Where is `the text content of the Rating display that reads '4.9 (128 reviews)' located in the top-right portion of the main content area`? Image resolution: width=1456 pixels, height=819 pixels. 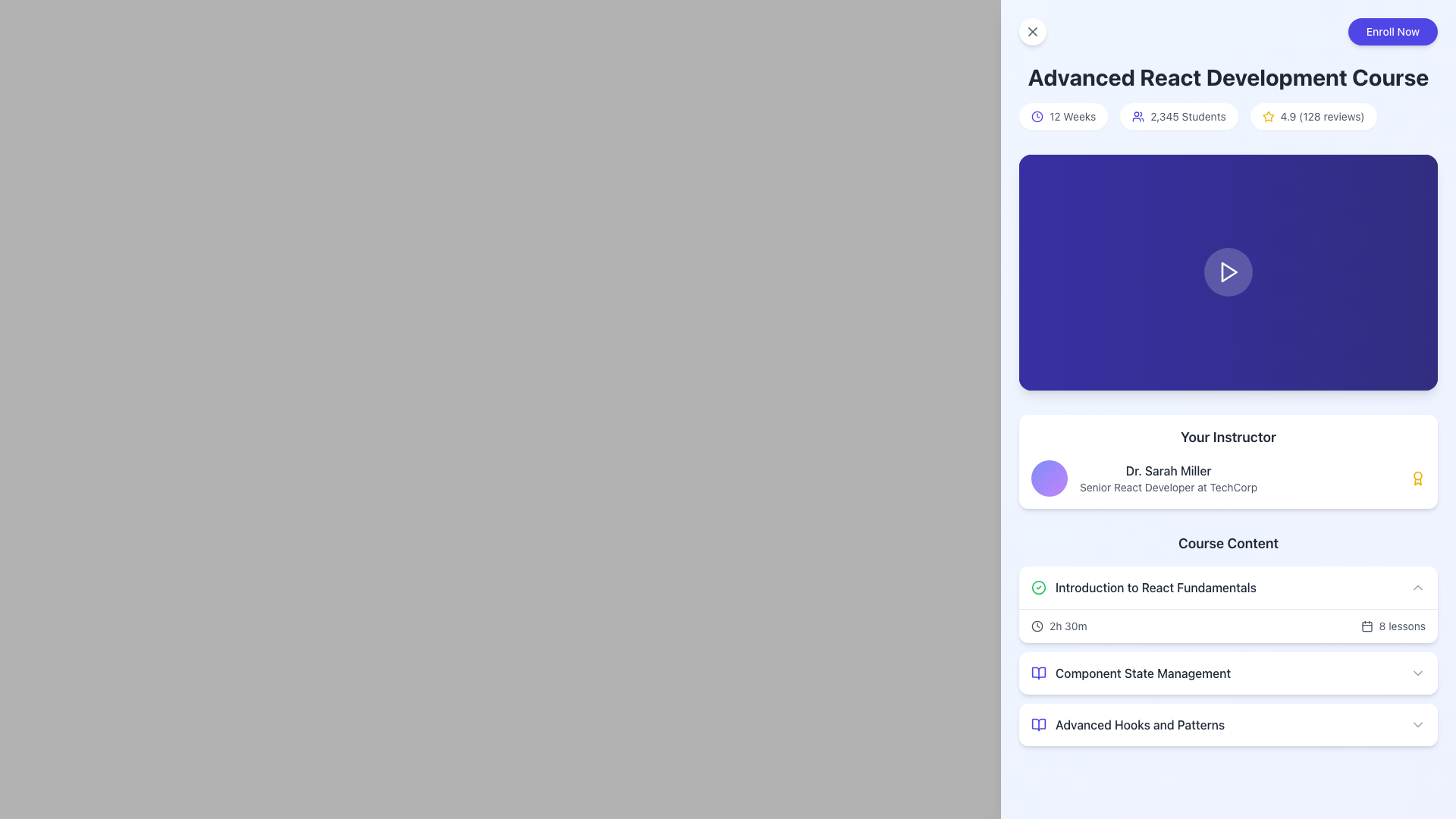 the text content of the Rating display that reads '4.9 (128 reviews)' located in the top-right portion of the main content area is located at coordinates (1322, 116).